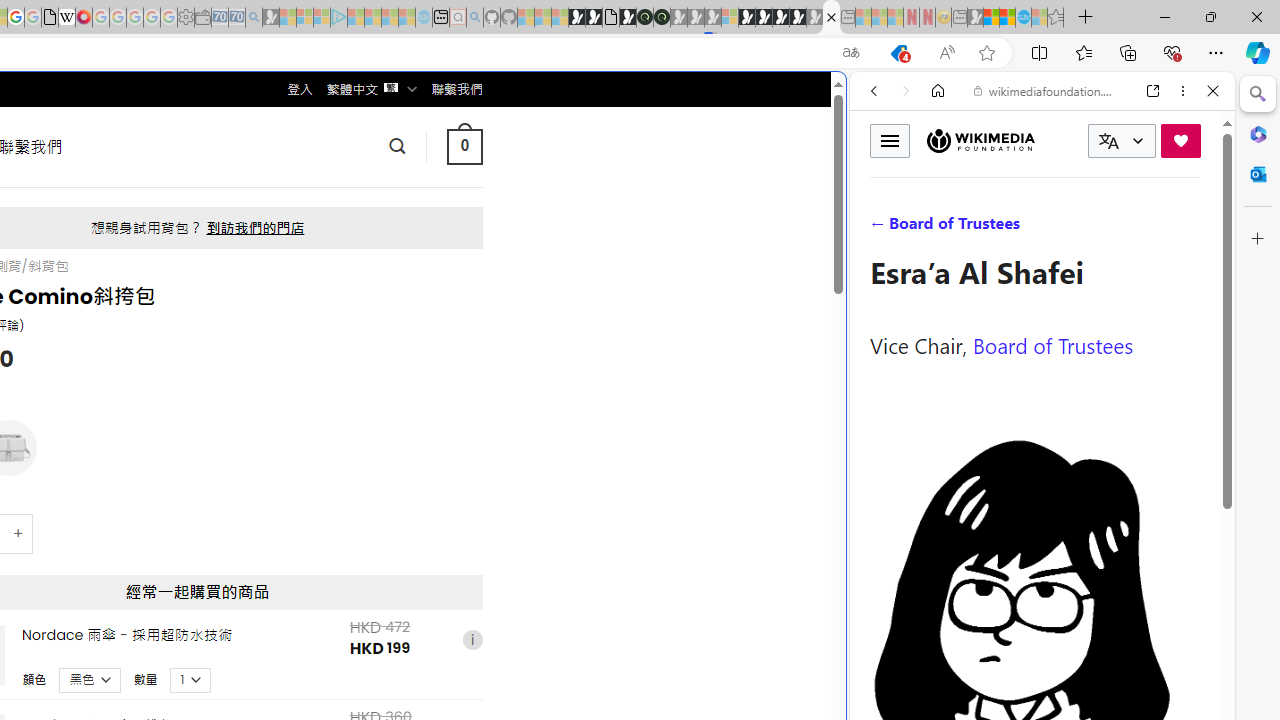  What do you see at coordinates (592, 17) in the screenshot?
I see `'Play Zoo Boom in your browser | Games from Microsoft Start'` at bounding box center [592, 17].